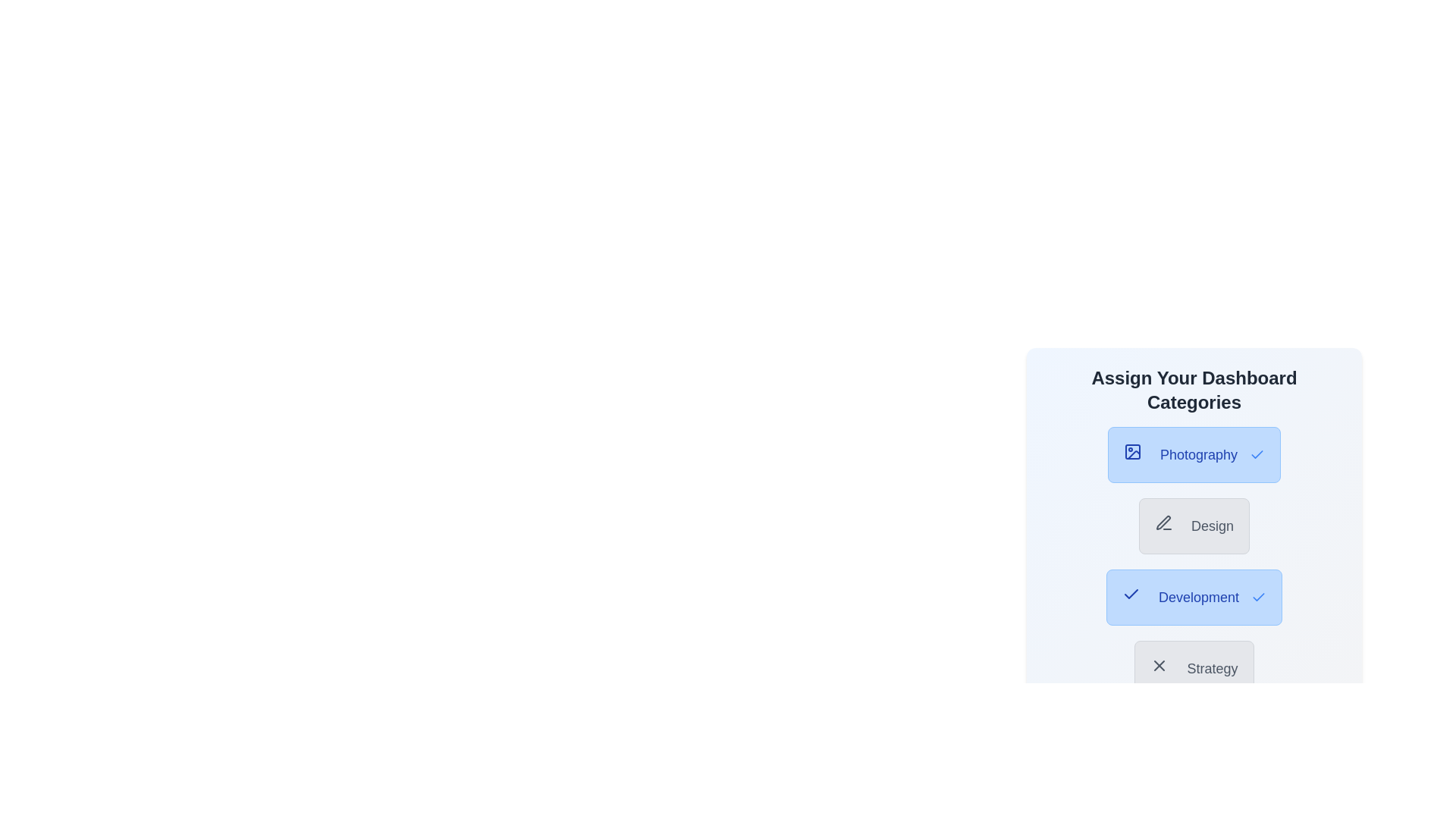  What do you see at coordinates (1193, 596) in the screenshot?
I see `the category button labeled 'Development' to observe the hover effect` at bounding box center [1193, 596].